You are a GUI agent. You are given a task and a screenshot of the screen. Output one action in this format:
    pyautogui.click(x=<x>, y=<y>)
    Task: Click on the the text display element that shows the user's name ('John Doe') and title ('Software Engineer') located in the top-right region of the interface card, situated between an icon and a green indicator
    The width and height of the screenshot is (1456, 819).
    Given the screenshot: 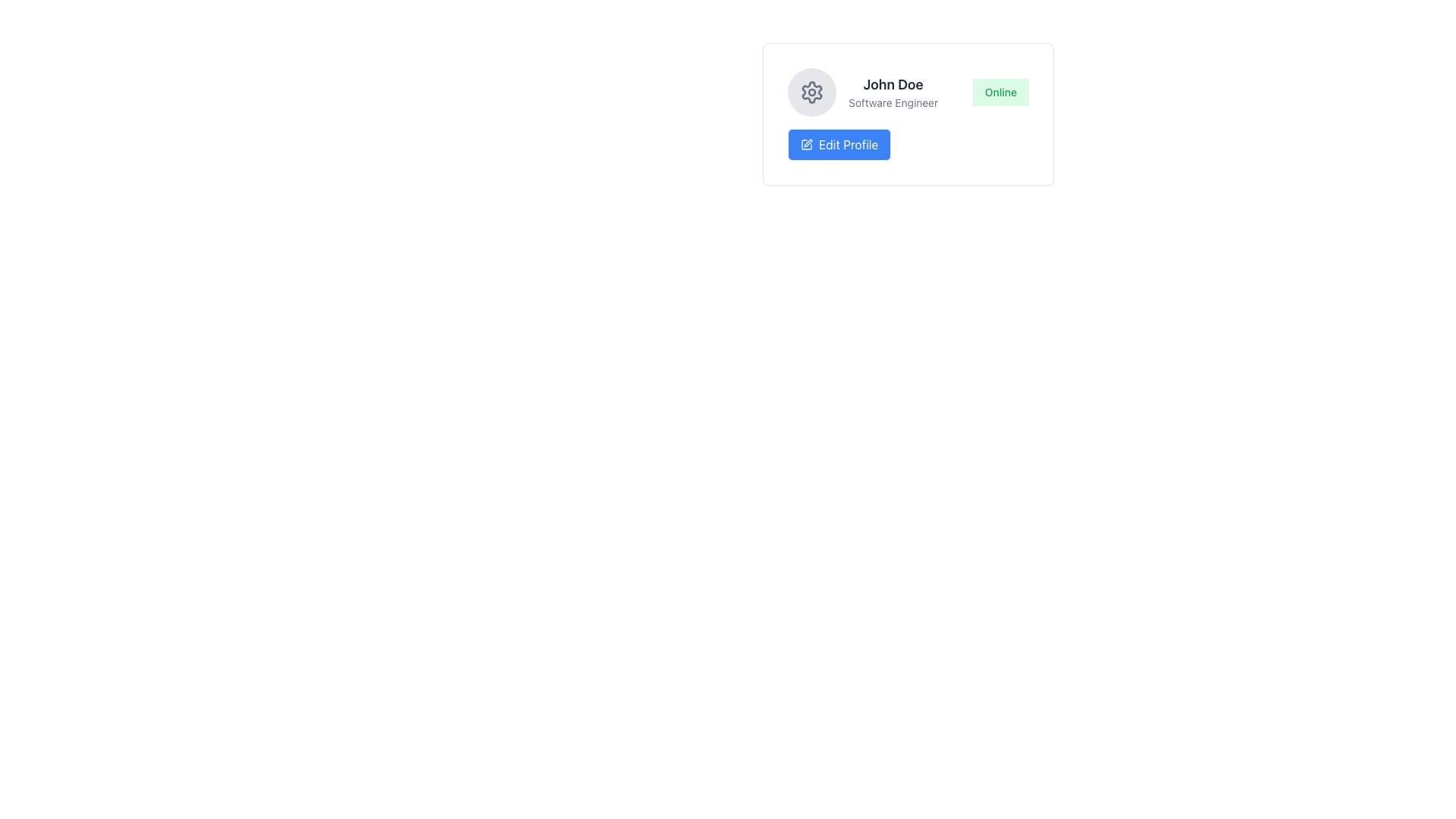 What is the action you would take?
    pyautogui.click(x=893, y=93)
    